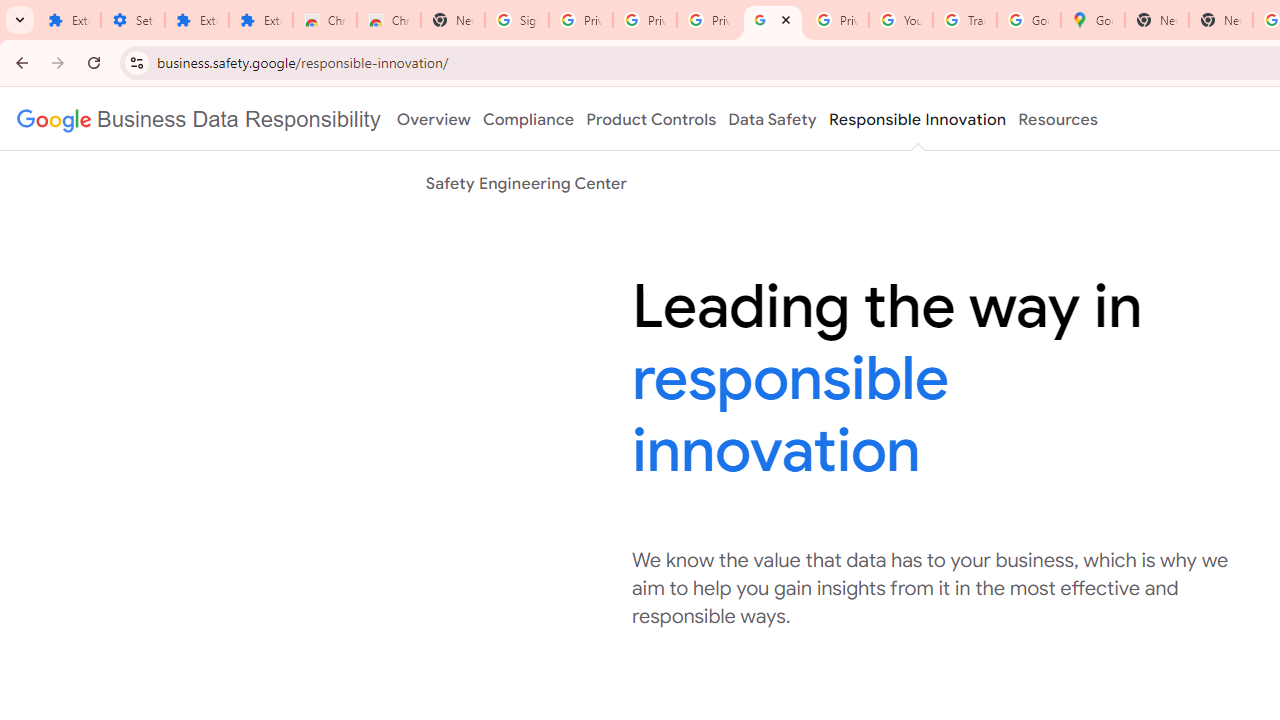 Image resolution: width=1280 pixels, height=720 pixels. Describe the element at coordinates (771, 119) in the screenshot. I see `'Data Safety'` at that location.